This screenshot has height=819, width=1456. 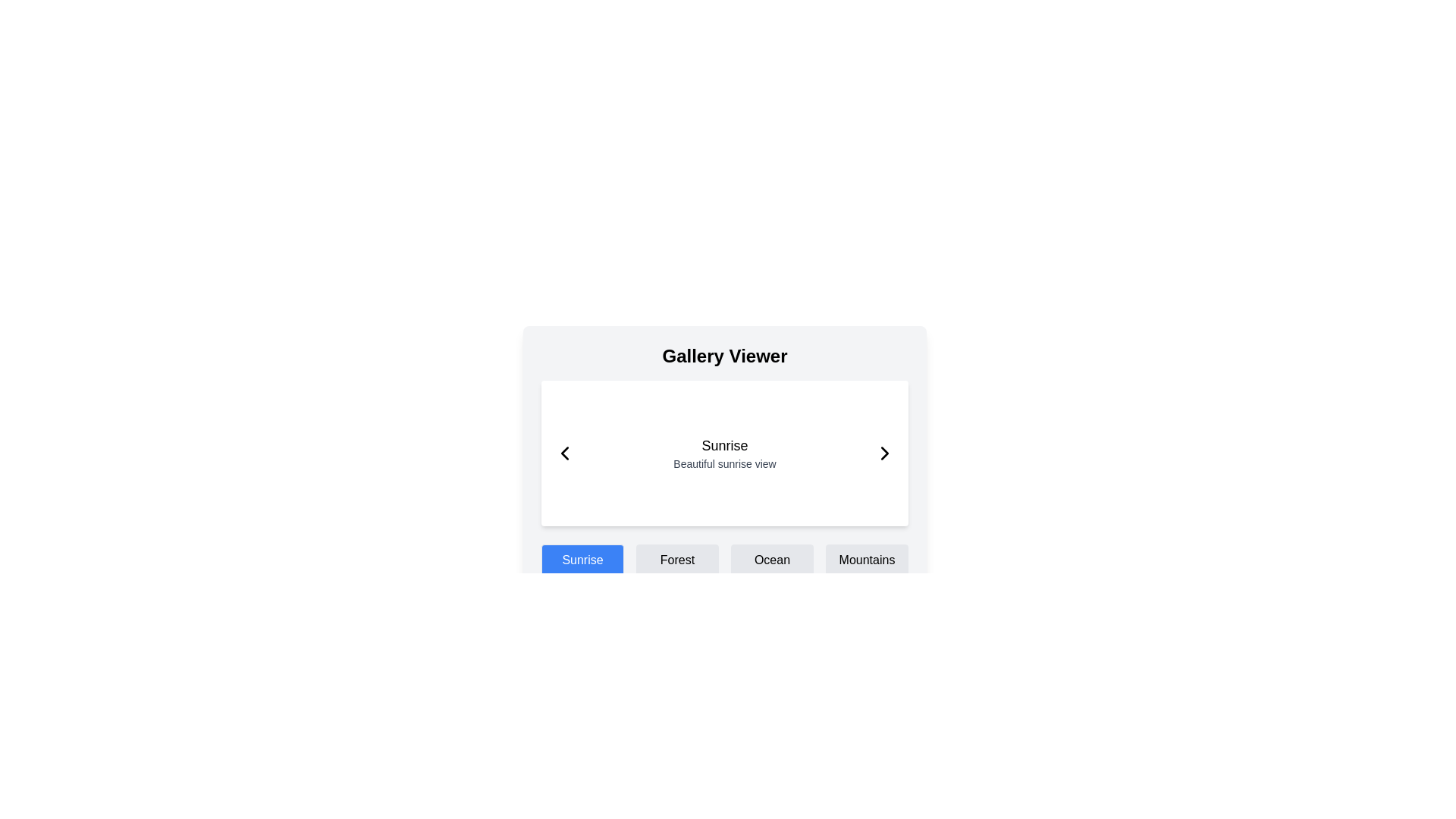 What do you see at coordinates (563, 452) in the screenshot?
I see `the left-pointing chevron arrow icon located within the card labeled 'Sunrise'` at bounding box center [563, 452].